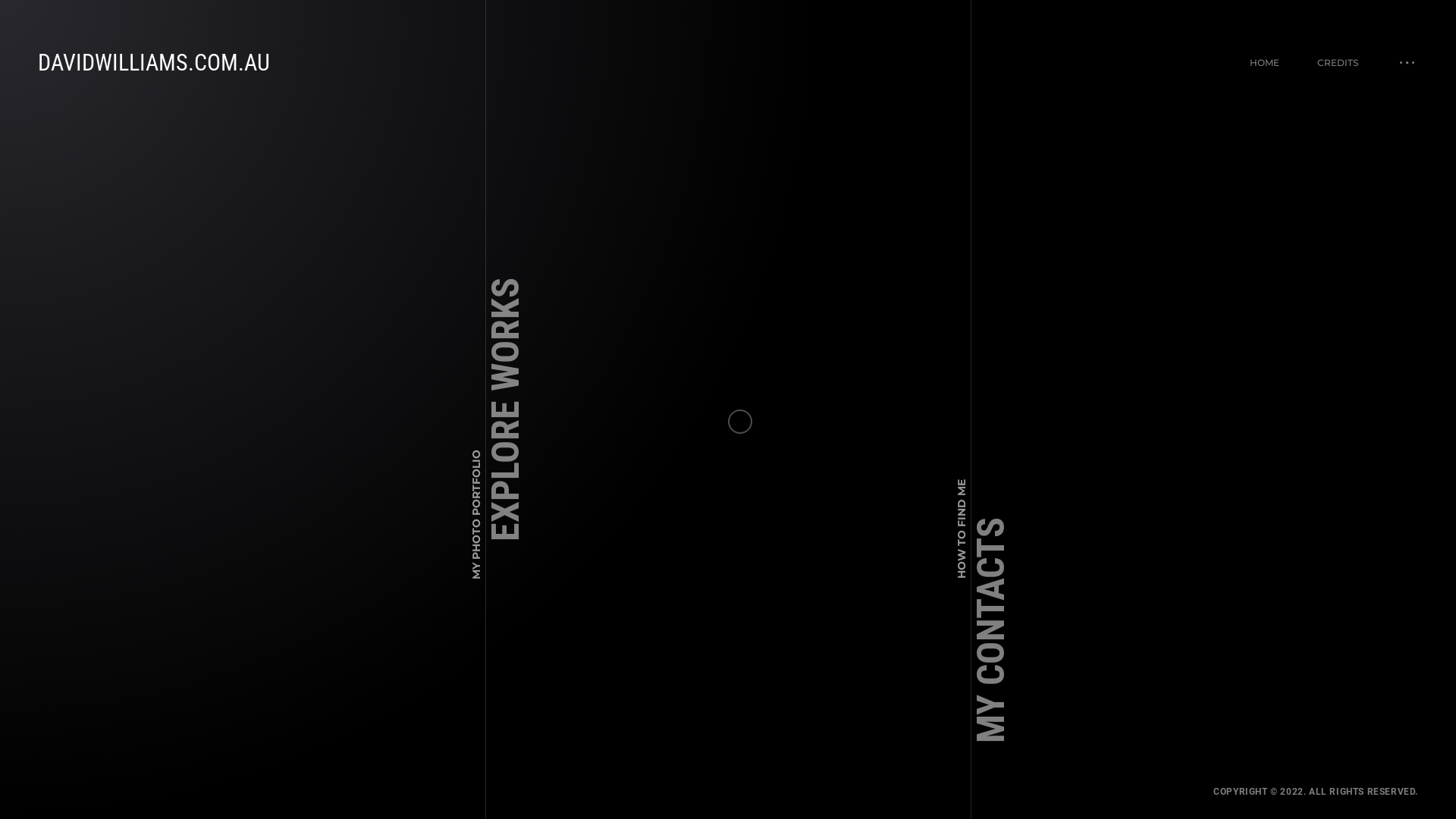 The width and height of the screenshot is (1456, 819). I want to click on 'HOME', so click(1249, 61).